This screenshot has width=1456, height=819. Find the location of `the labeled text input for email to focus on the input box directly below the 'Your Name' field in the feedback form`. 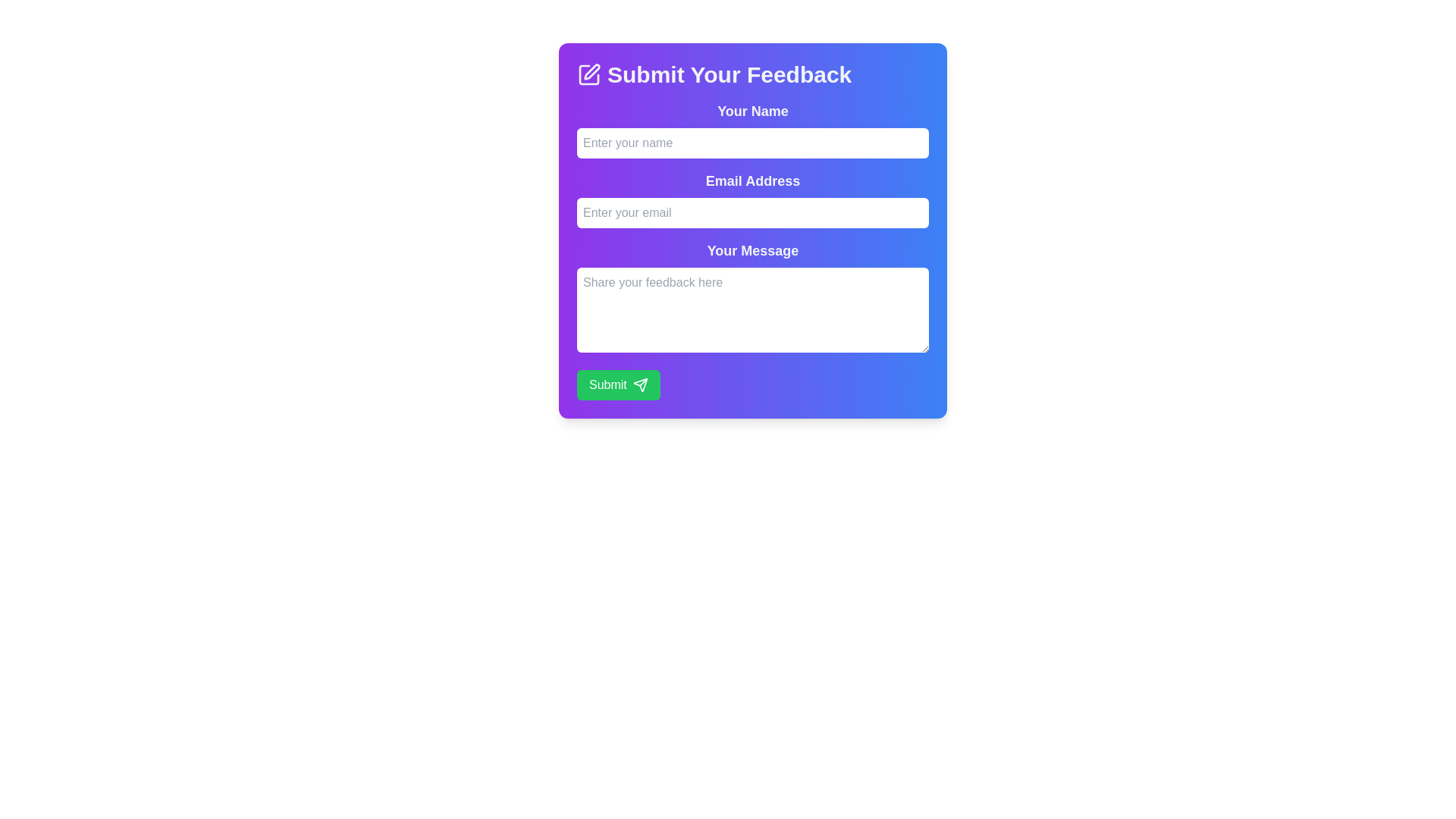

the labeled text input for email to focus on the input box directly below the 'Your Name' field in the feedback form is located at coordinates (753, 198).